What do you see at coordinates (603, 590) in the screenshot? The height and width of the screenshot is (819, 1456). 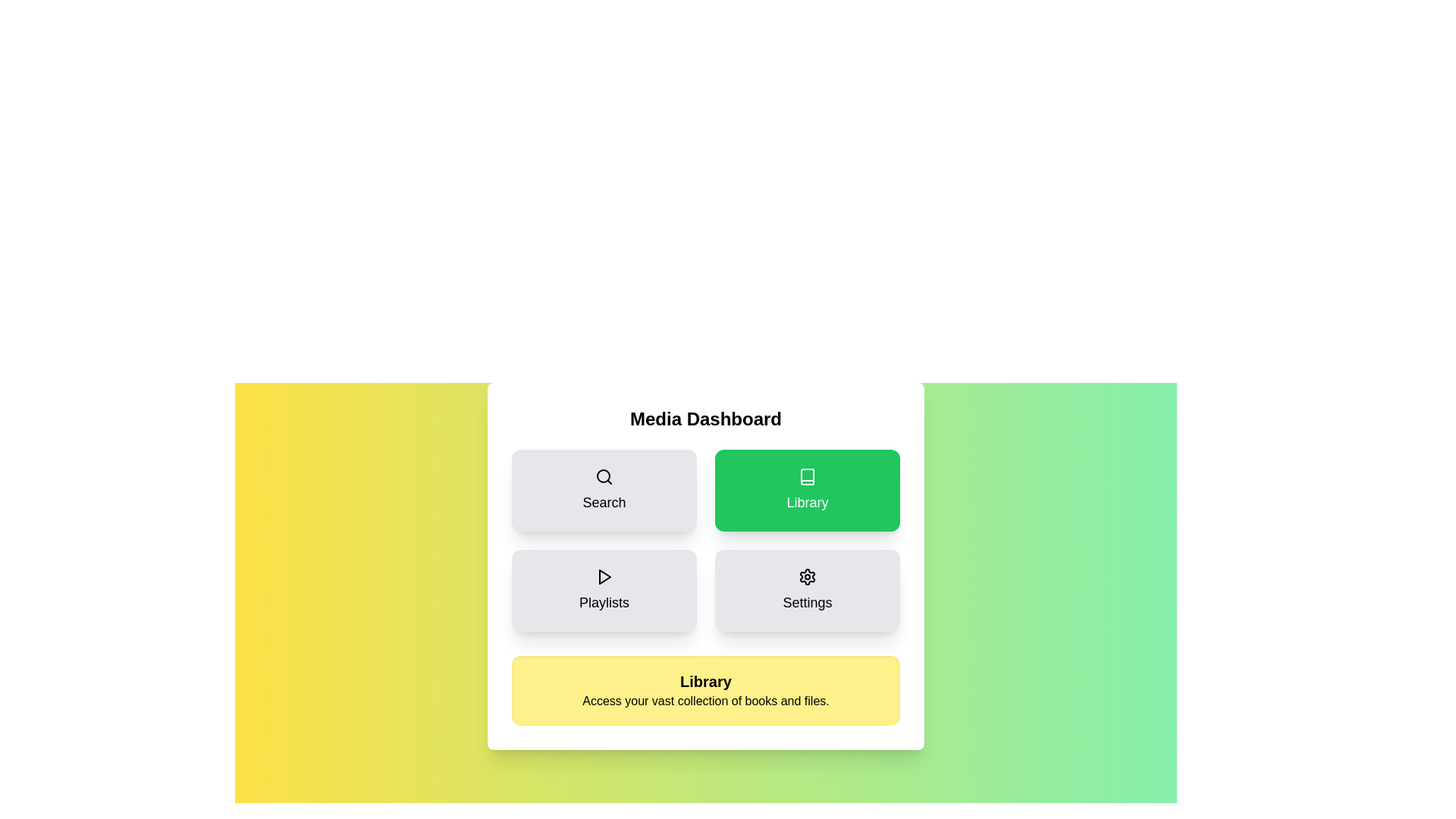 I see `the Playlists button to select it` at bounding box center [603, 590].